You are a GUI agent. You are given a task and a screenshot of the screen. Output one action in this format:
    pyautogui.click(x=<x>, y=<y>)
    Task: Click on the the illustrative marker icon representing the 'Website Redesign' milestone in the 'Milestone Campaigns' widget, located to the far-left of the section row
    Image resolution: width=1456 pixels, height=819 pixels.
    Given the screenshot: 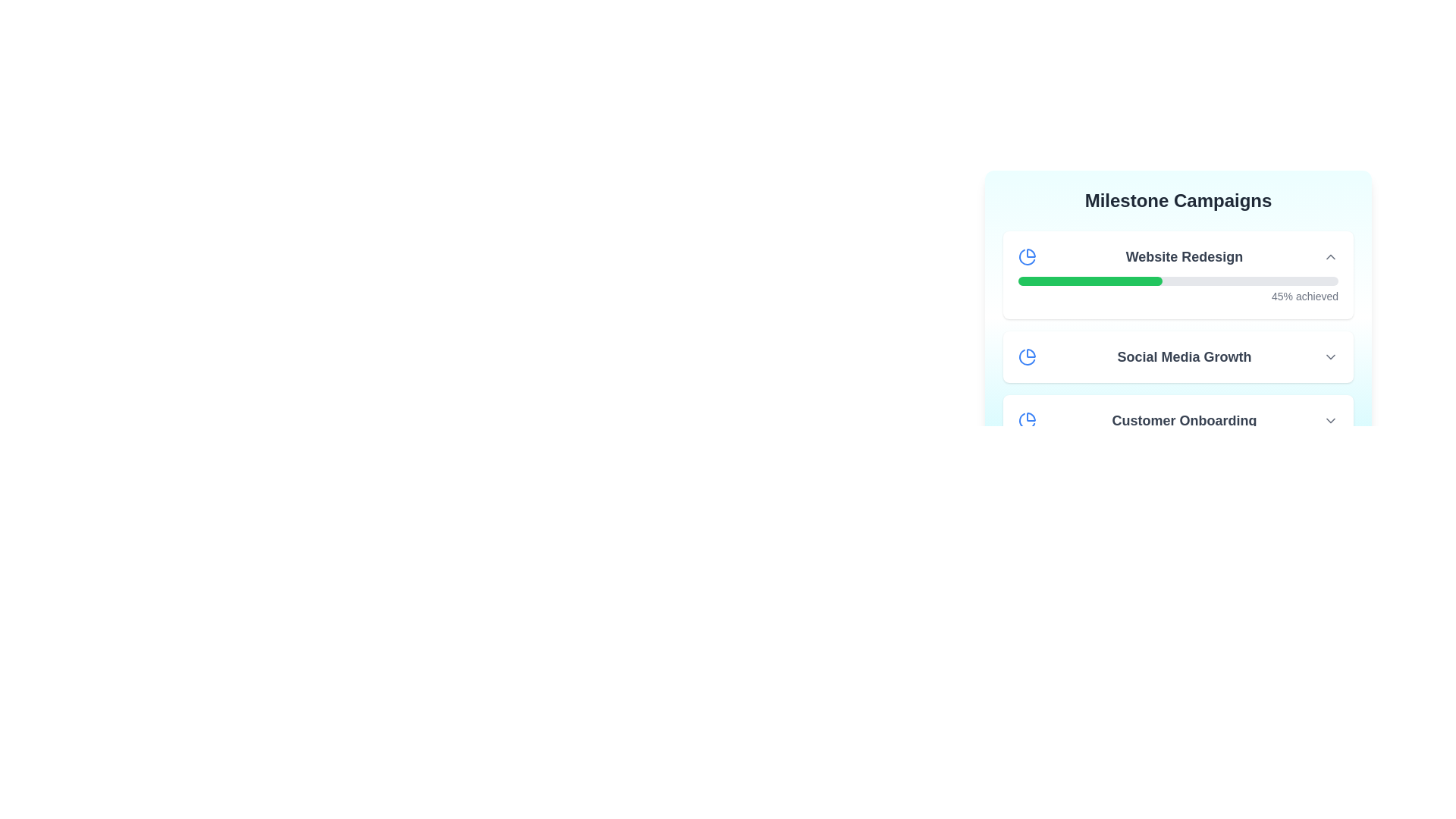 What is the action you would take?
    pyautogui.click(x=1027, y=256)
    